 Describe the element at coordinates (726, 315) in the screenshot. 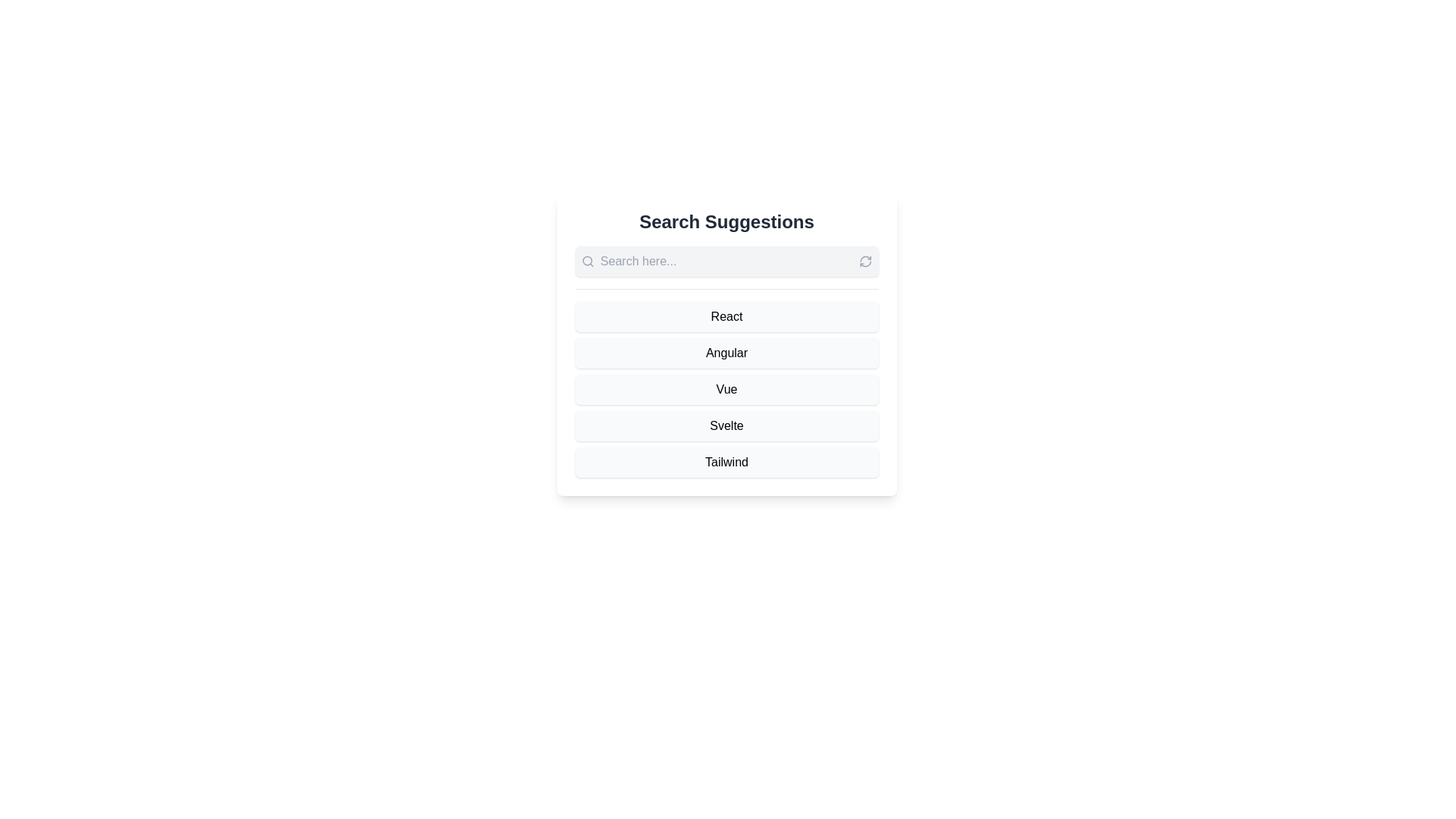

I see `the first item in the vertically stacked list, which is a button with the text 'React' in bold black font` at that location.